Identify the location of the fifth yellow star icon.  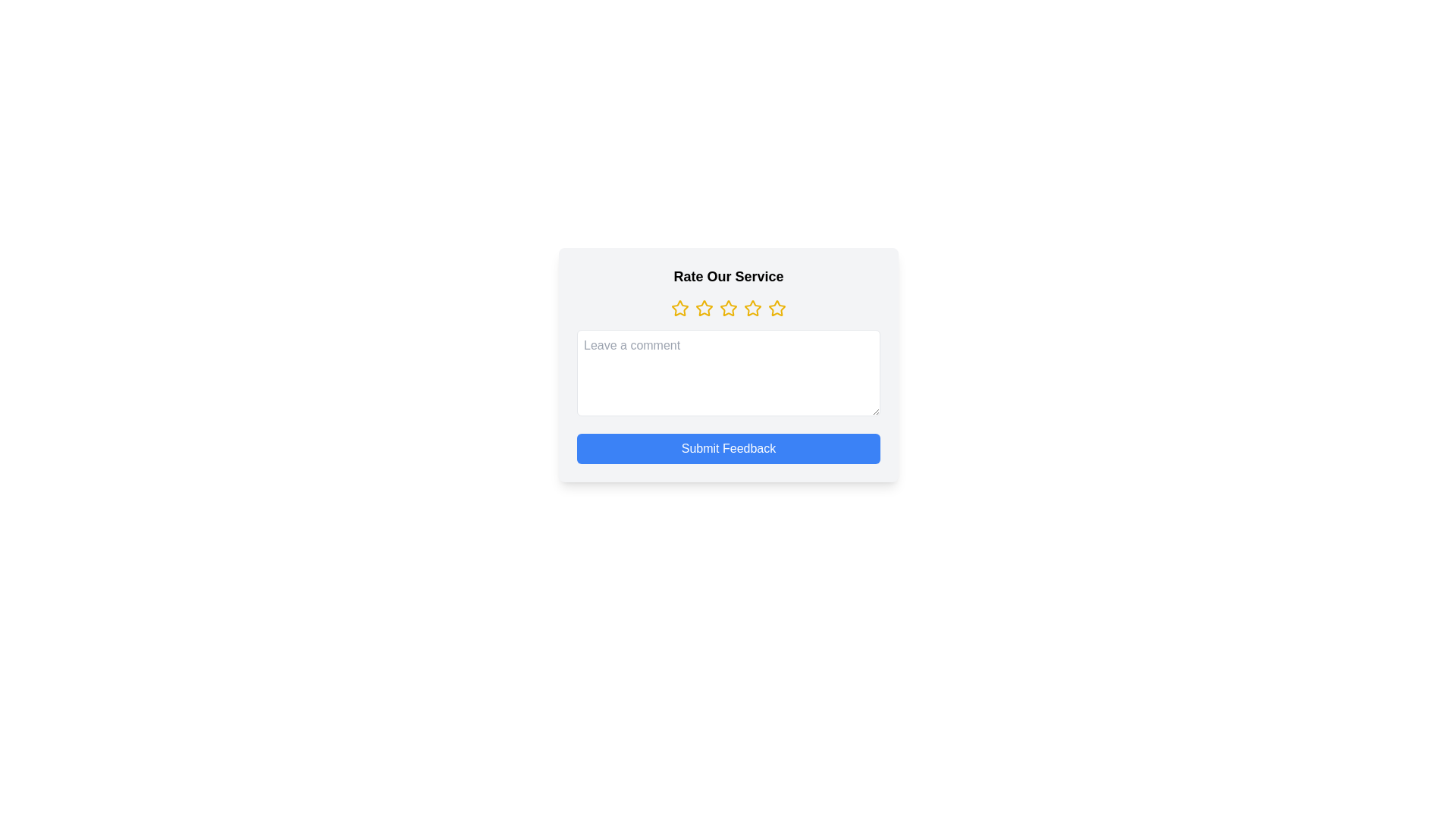
(753, 308).